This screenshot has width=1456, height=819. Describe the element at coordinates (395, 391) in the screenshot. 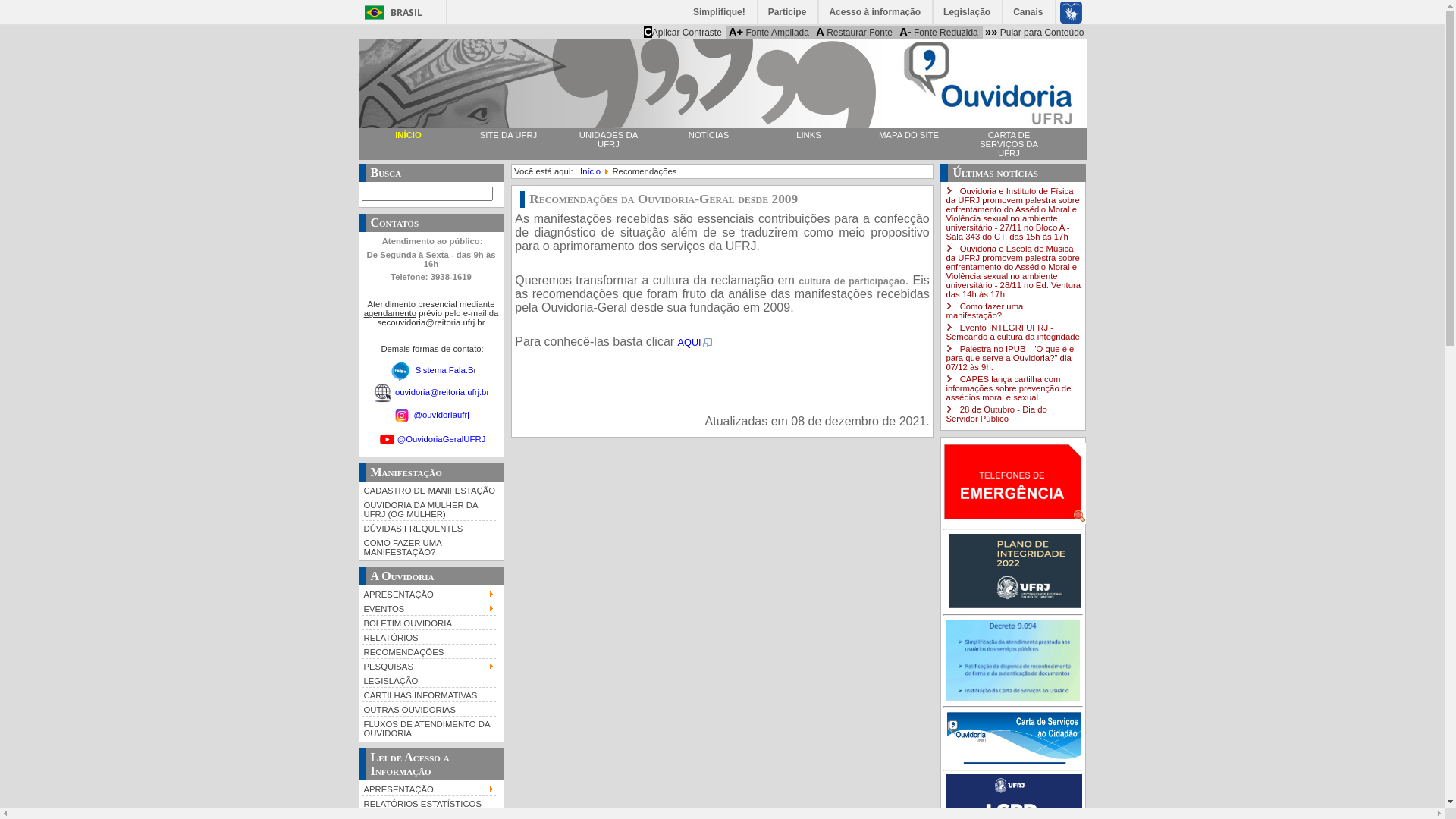

I see `'ouvidoria@reitoria.ufrj.br'` at that location.